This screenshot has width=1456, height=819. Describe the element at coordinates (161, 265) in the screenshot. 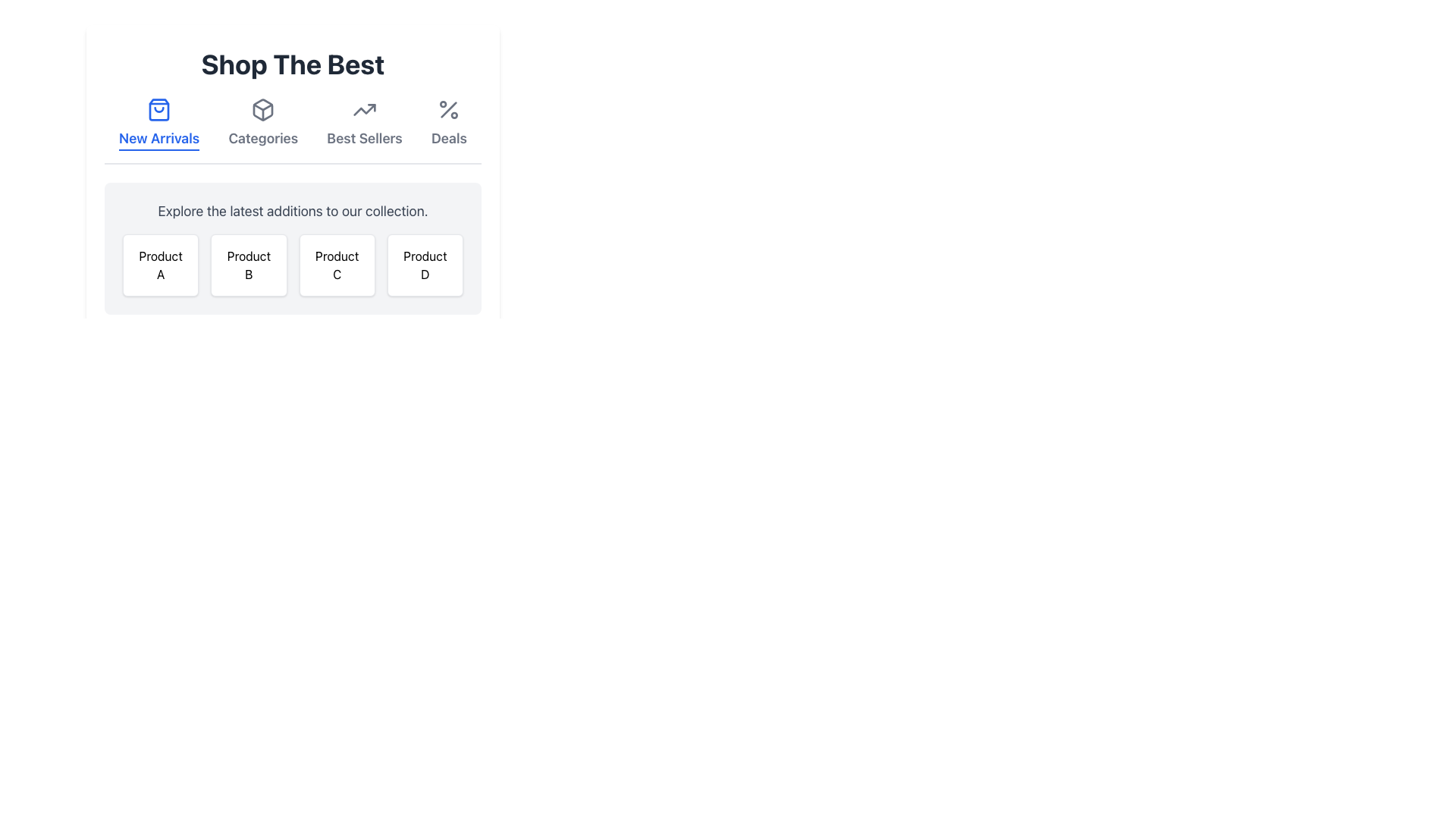

I see `the display card for 'Product A', which is the first item in the grid under the section 'Explore the latest additions to our collection.'` at that location.